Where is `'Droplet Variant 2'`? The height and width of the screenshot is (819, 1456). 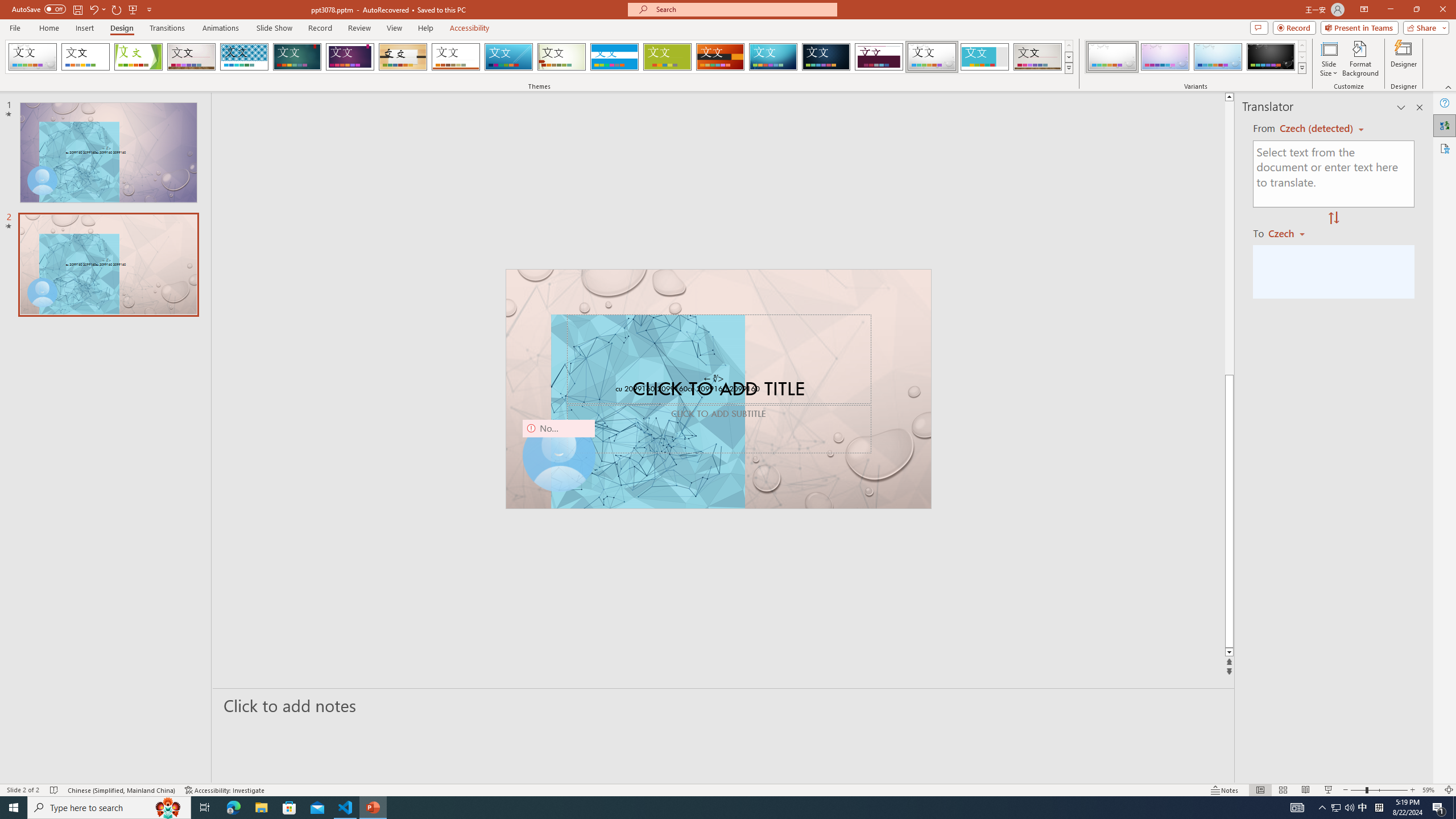
'Droplet Variant 2' is located at coordinates (1164, 56).